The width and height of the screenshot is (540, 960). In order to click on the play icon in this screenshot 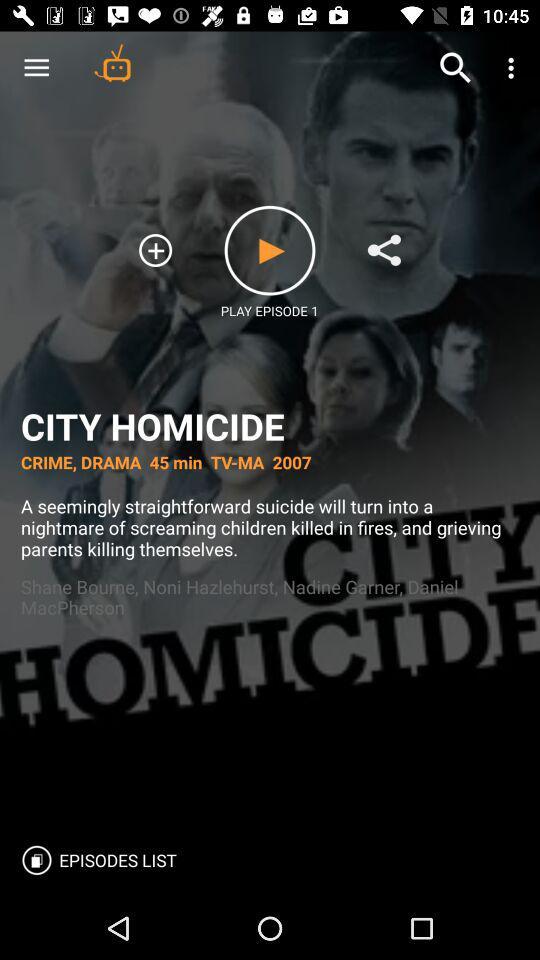, I will do `click(270, 249)`.